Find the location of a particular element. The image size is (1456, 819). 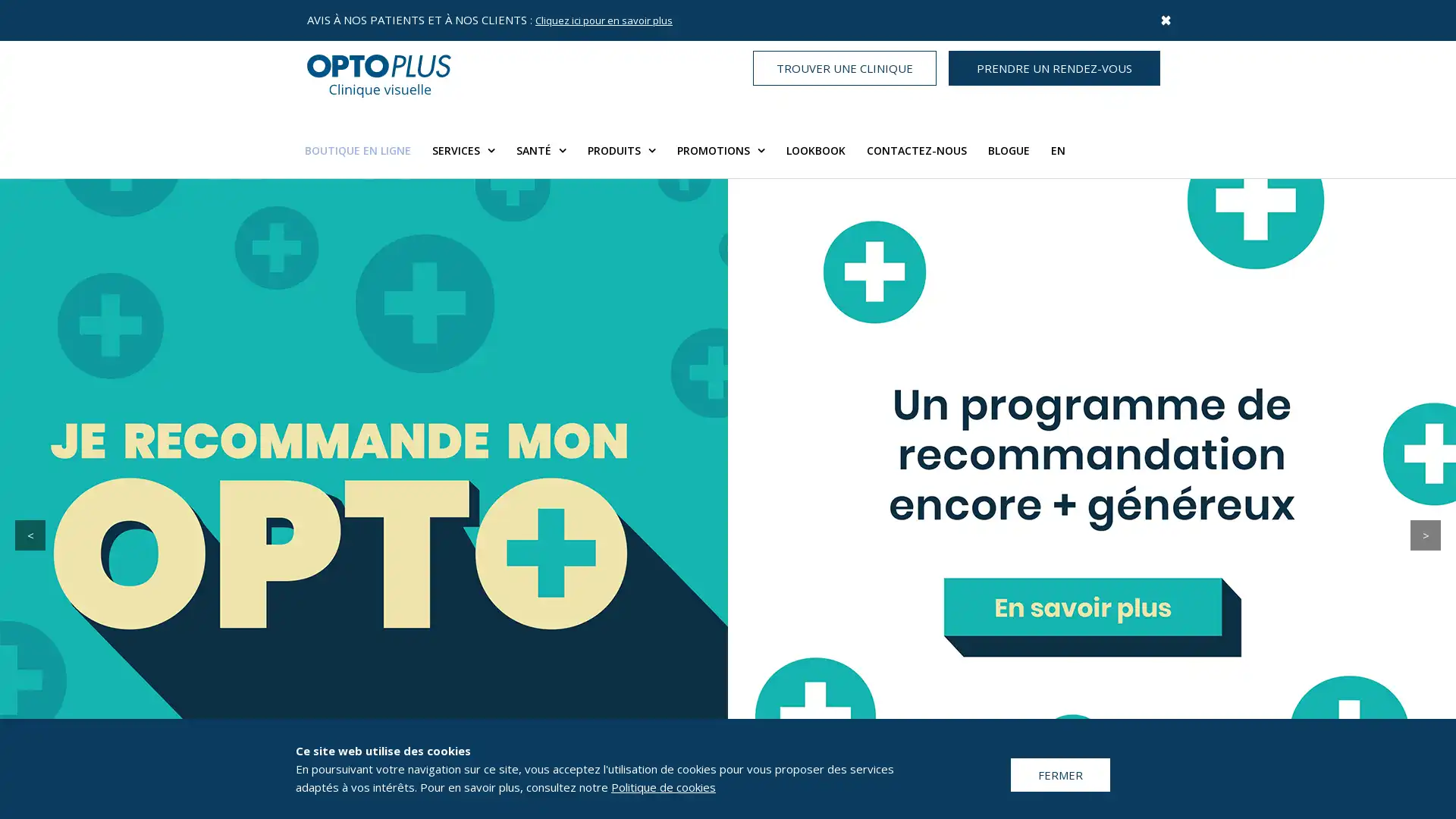

FERMER is located at coordinates (1059, 774).